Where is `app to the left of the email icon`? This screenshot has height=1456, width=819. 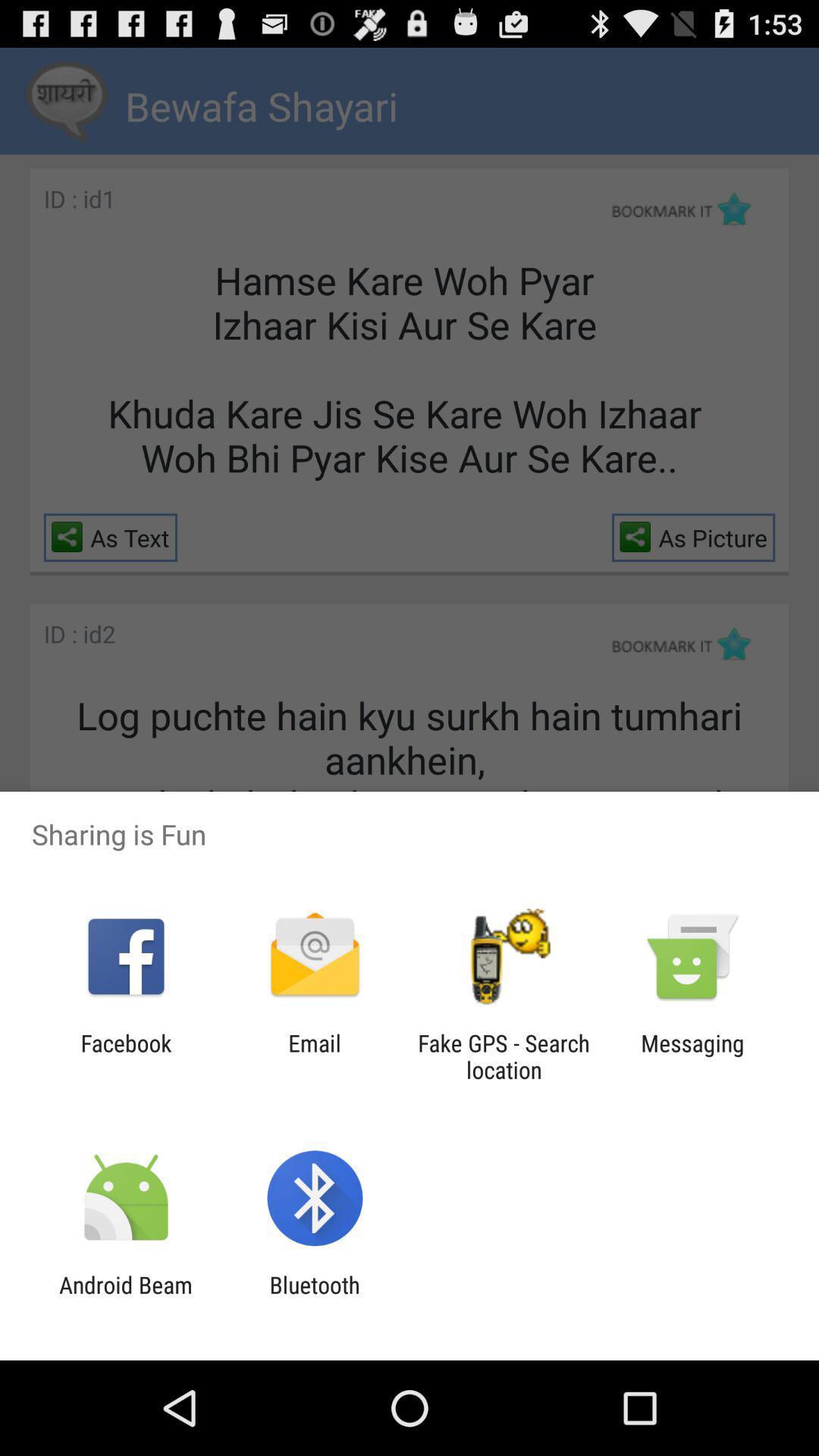
app to the left of the email icon is located at coordinates (125, 1056).